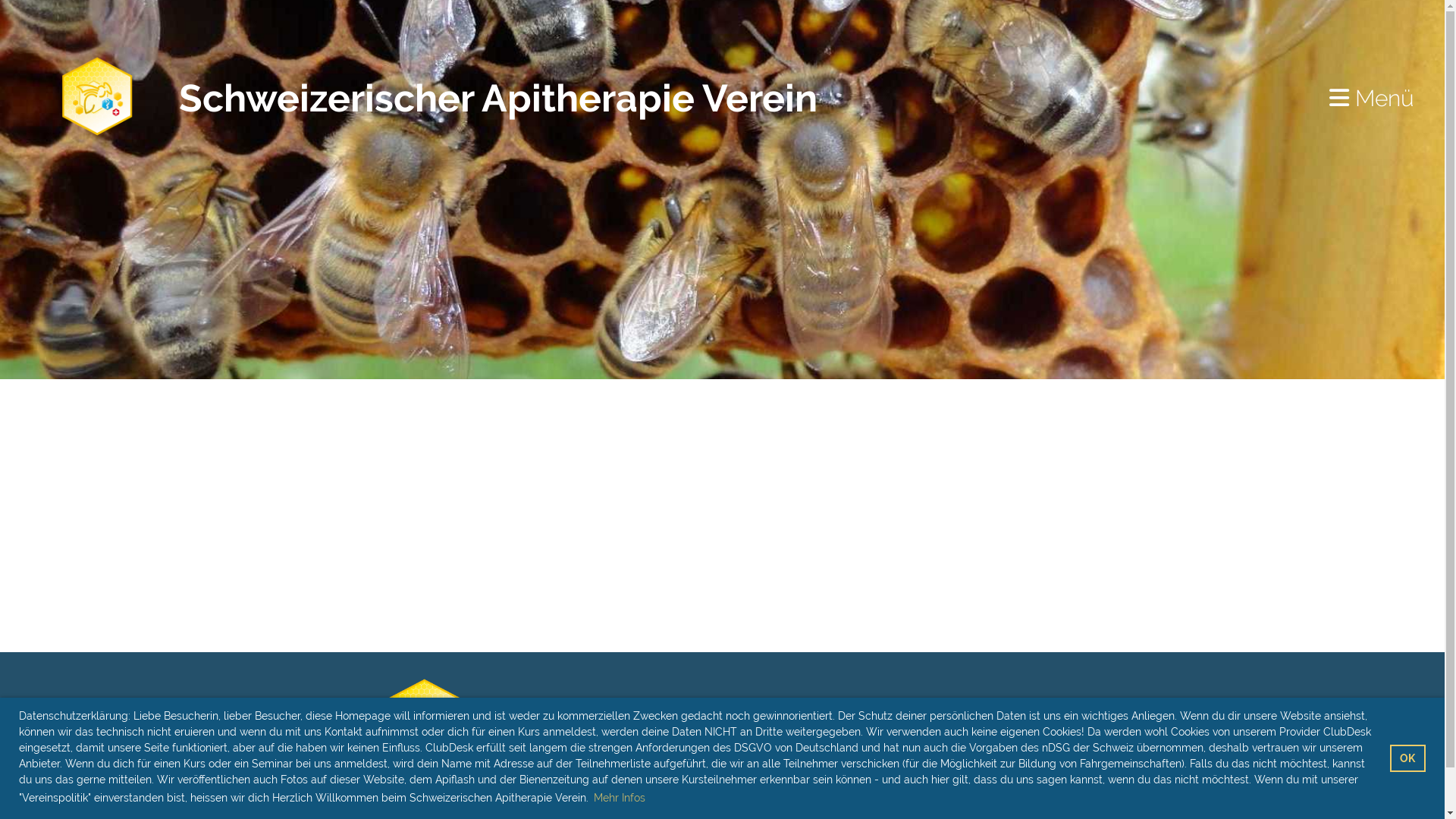 Image resolution: width=1456 pixels, height=819 pixels. I want to click on 'OK', so click(1407, 758).